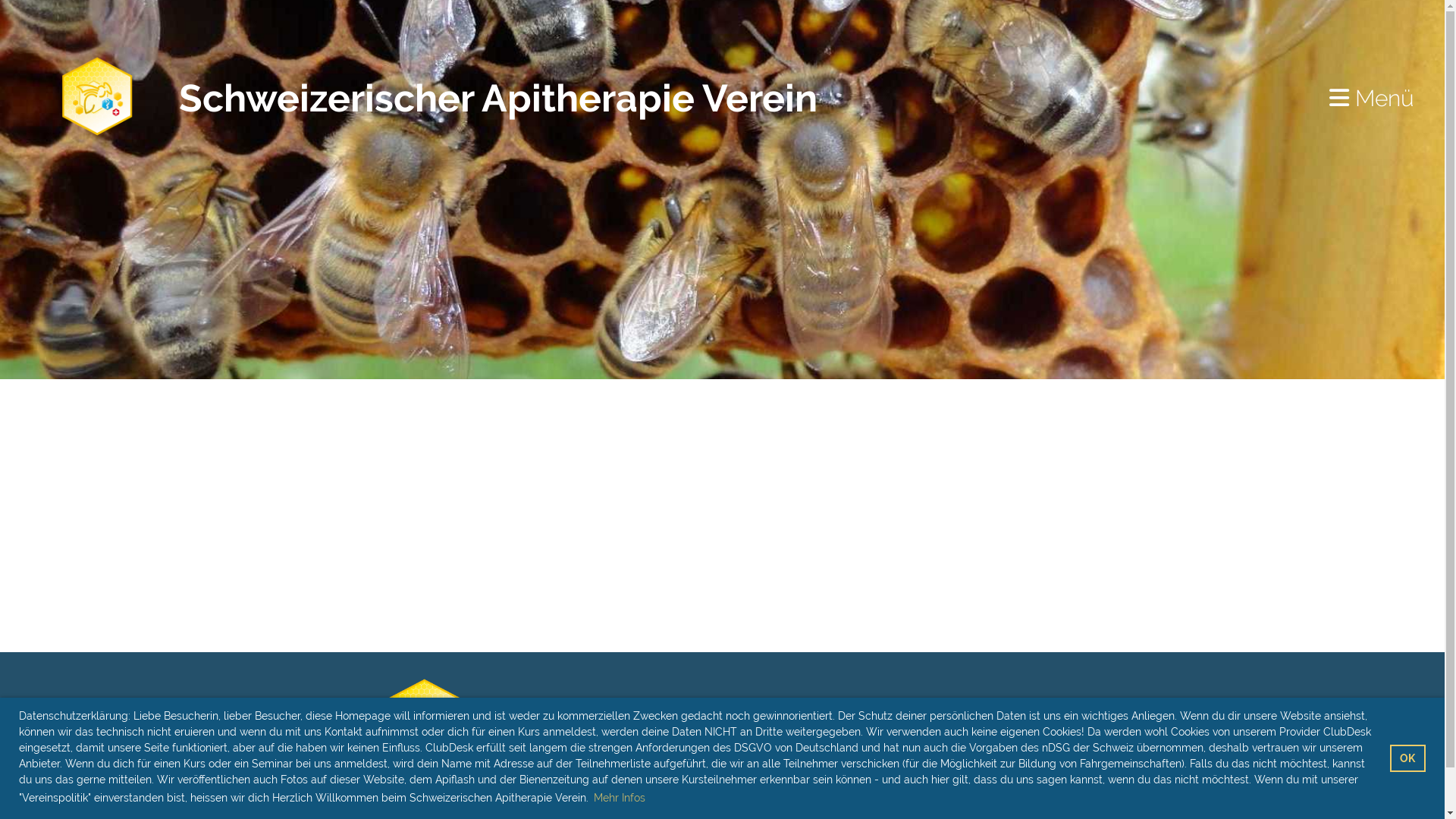 Image resolution: width=1456 pixels, height=819 pixels. I want to click on 'OK', so click(1407, 758).